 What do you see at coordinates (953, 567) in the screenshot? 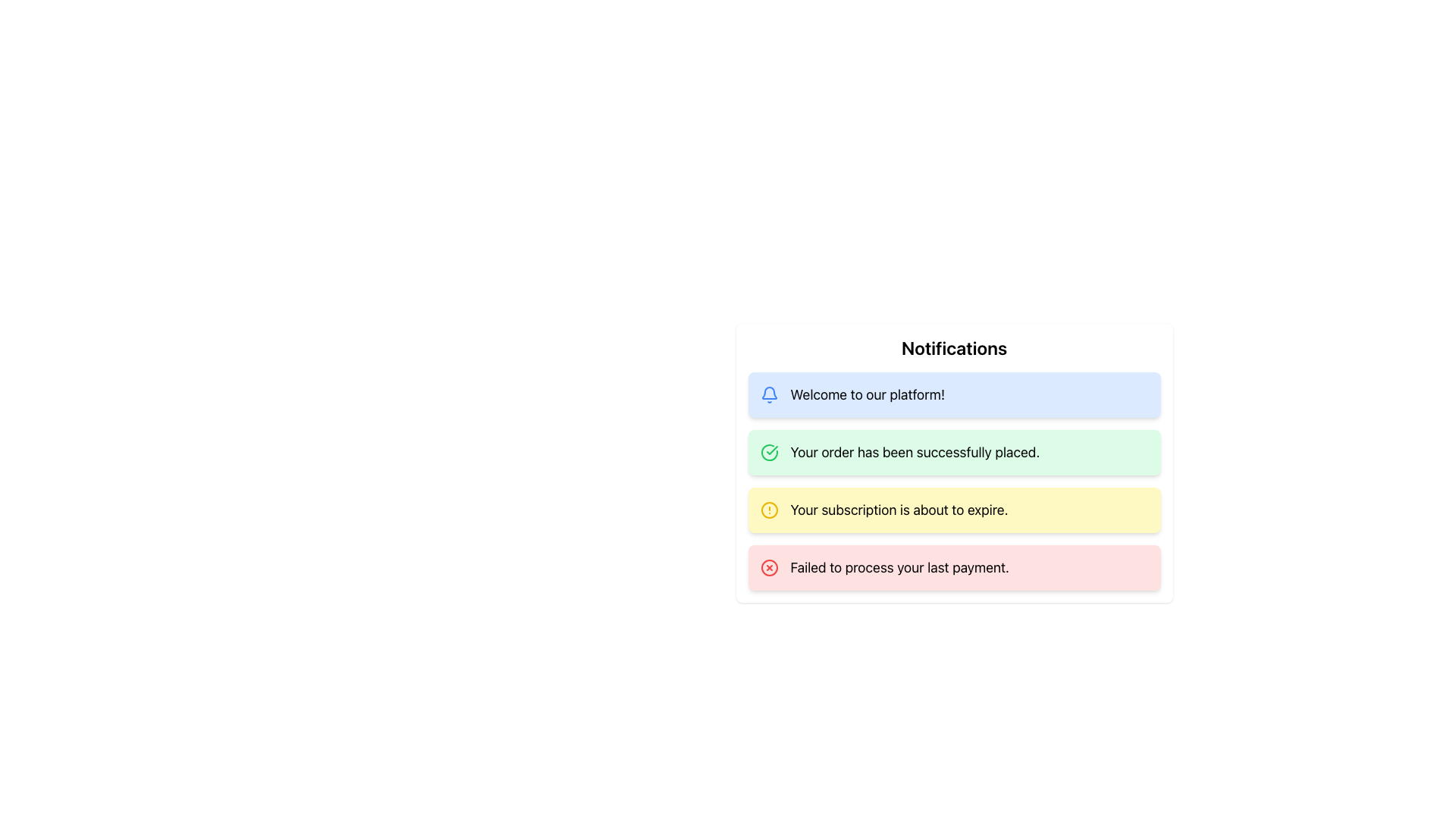
I see `text content of the alert notification box indicating a failed payment process, which is the fourth in a vertical list of notifications` at bounding box center [953, 567].